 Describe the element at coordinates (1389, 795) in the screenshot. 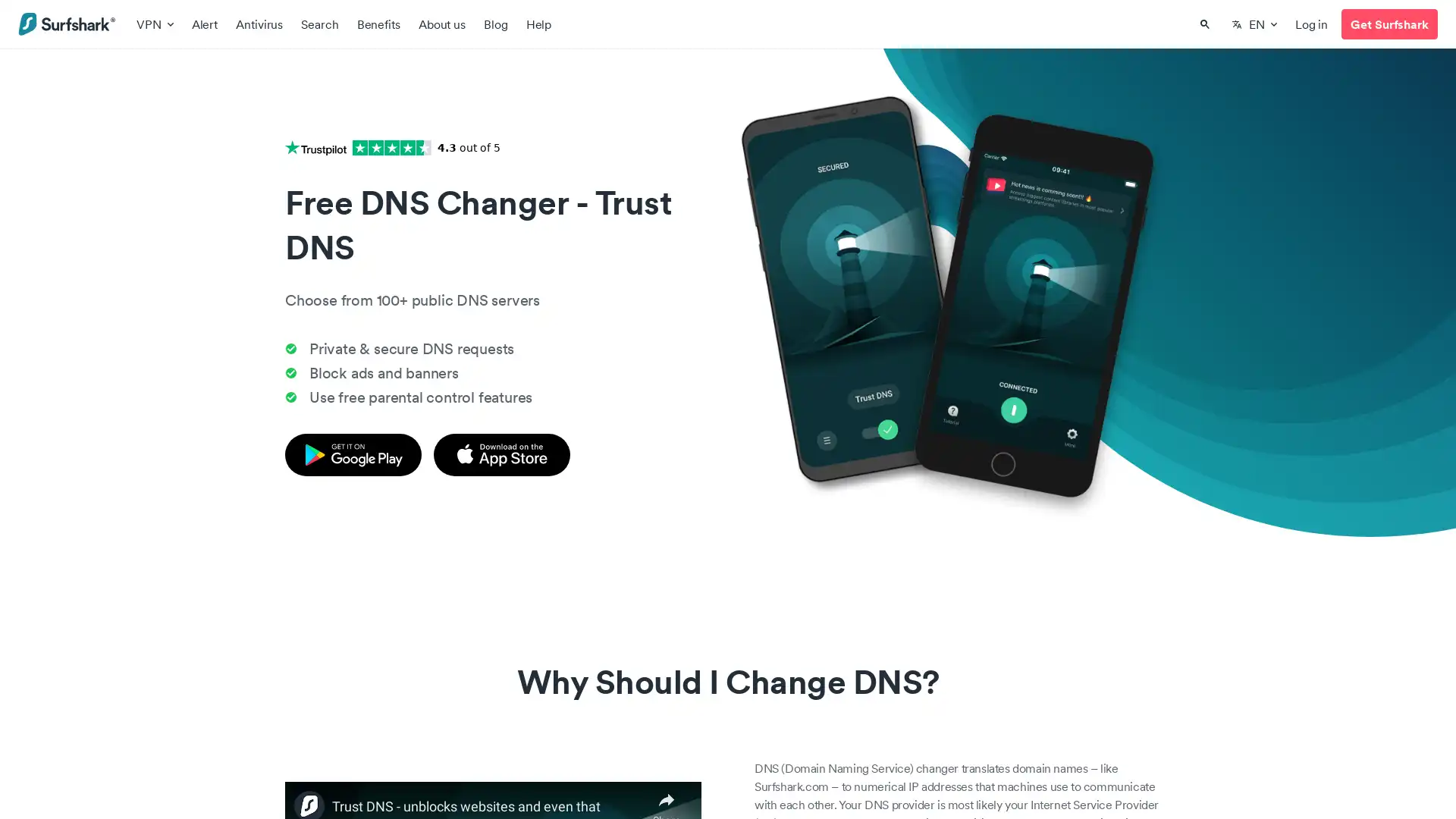

I see `loading Support` at that location.